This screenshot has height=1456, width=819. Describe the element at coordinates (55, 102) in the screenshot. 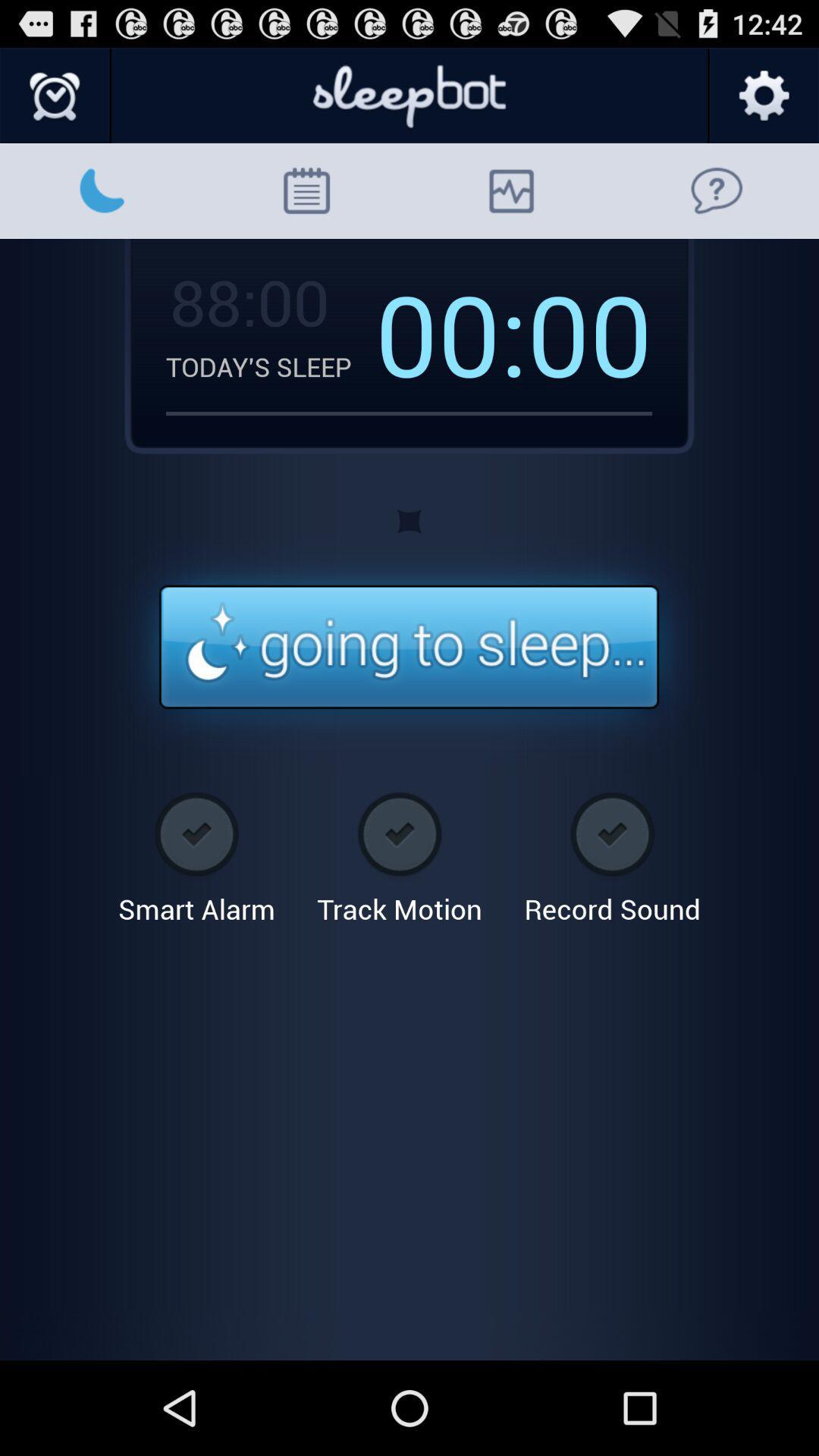

I see `the time icon` at that location.